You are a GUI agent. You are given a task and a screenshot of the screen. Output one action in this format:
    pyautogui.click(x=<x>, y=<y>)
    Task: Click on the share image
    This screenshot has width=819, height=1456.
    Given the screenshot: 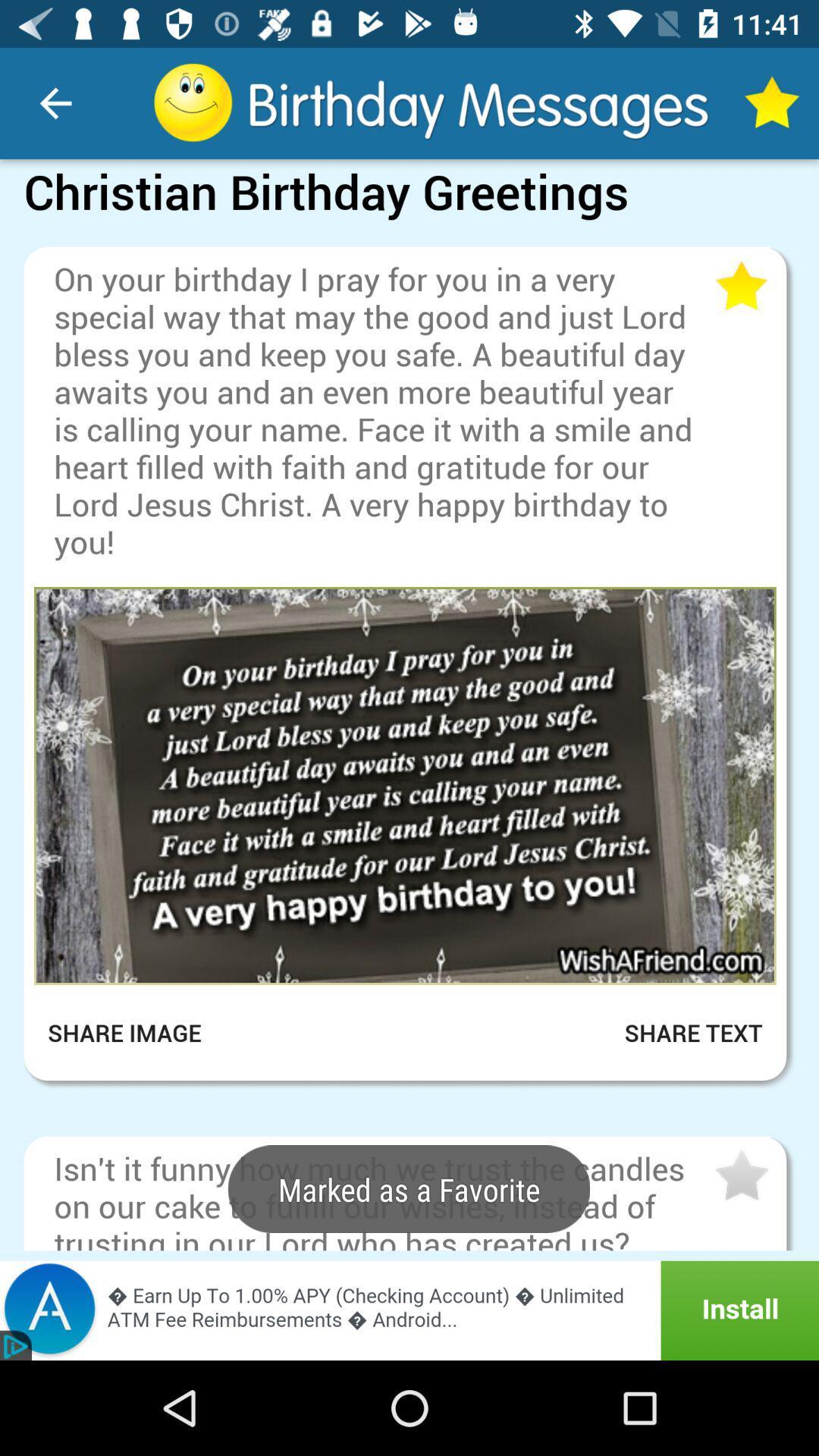 What is the action you would take?
    pyautogui.click(x=134, y=1032)
    